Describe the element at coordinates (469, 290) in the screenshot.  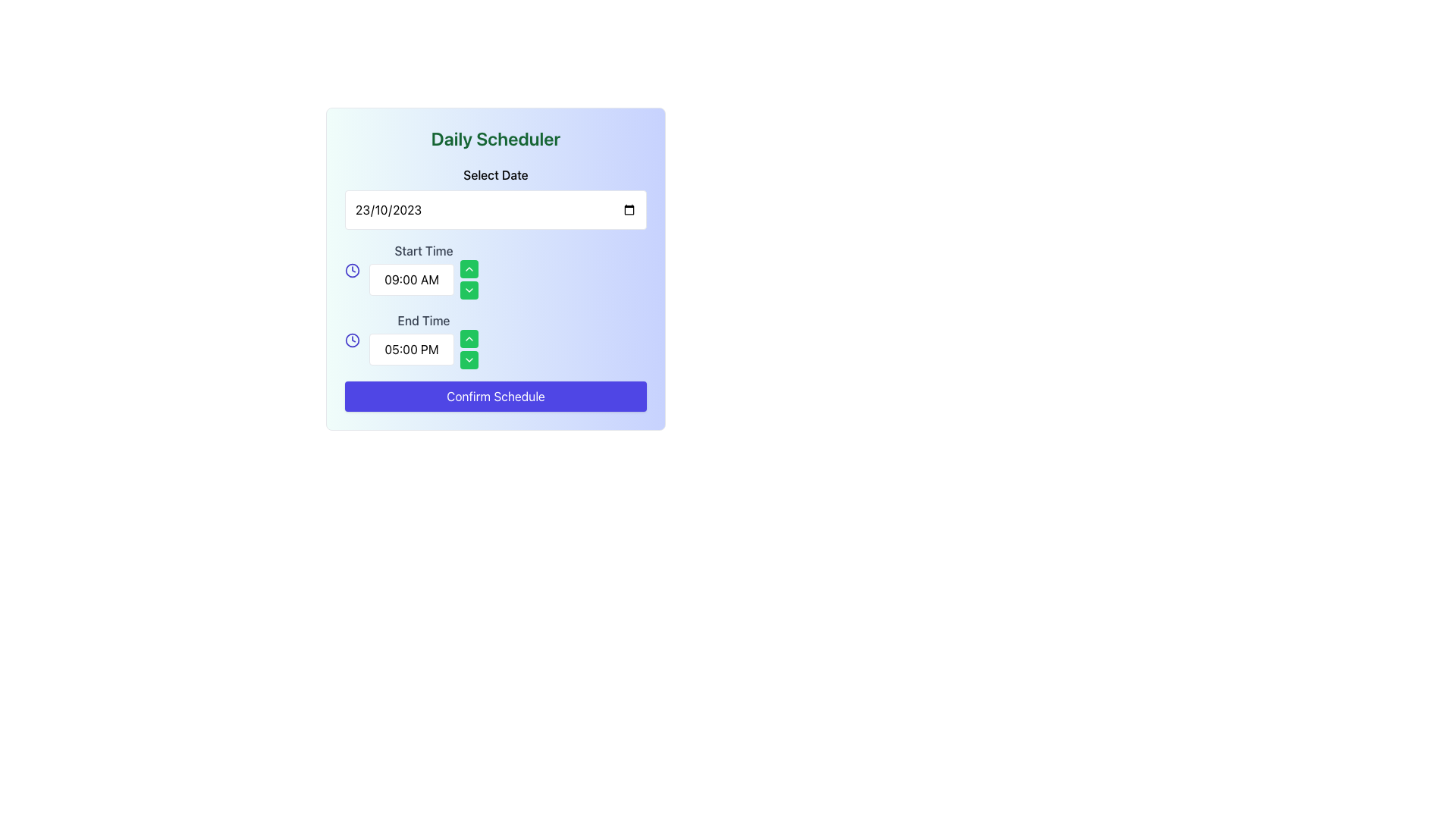
I see `the second green button for decreasing the Start Time value in the Daily Scheduler interface` at that location.